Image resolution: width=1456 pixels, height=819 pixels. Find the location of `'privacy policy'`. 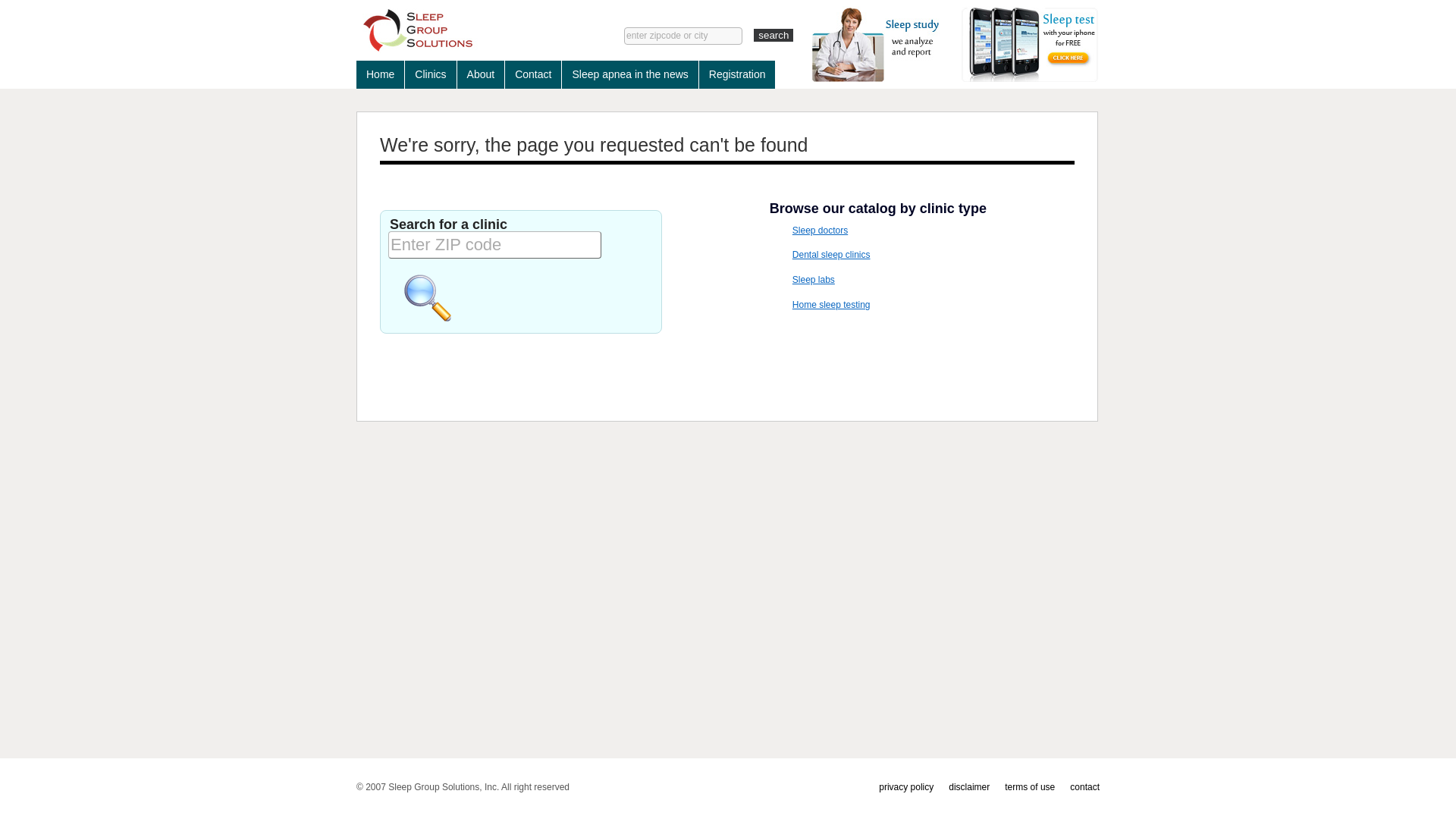

'privacy policy' is located at coordinates (878, 786).